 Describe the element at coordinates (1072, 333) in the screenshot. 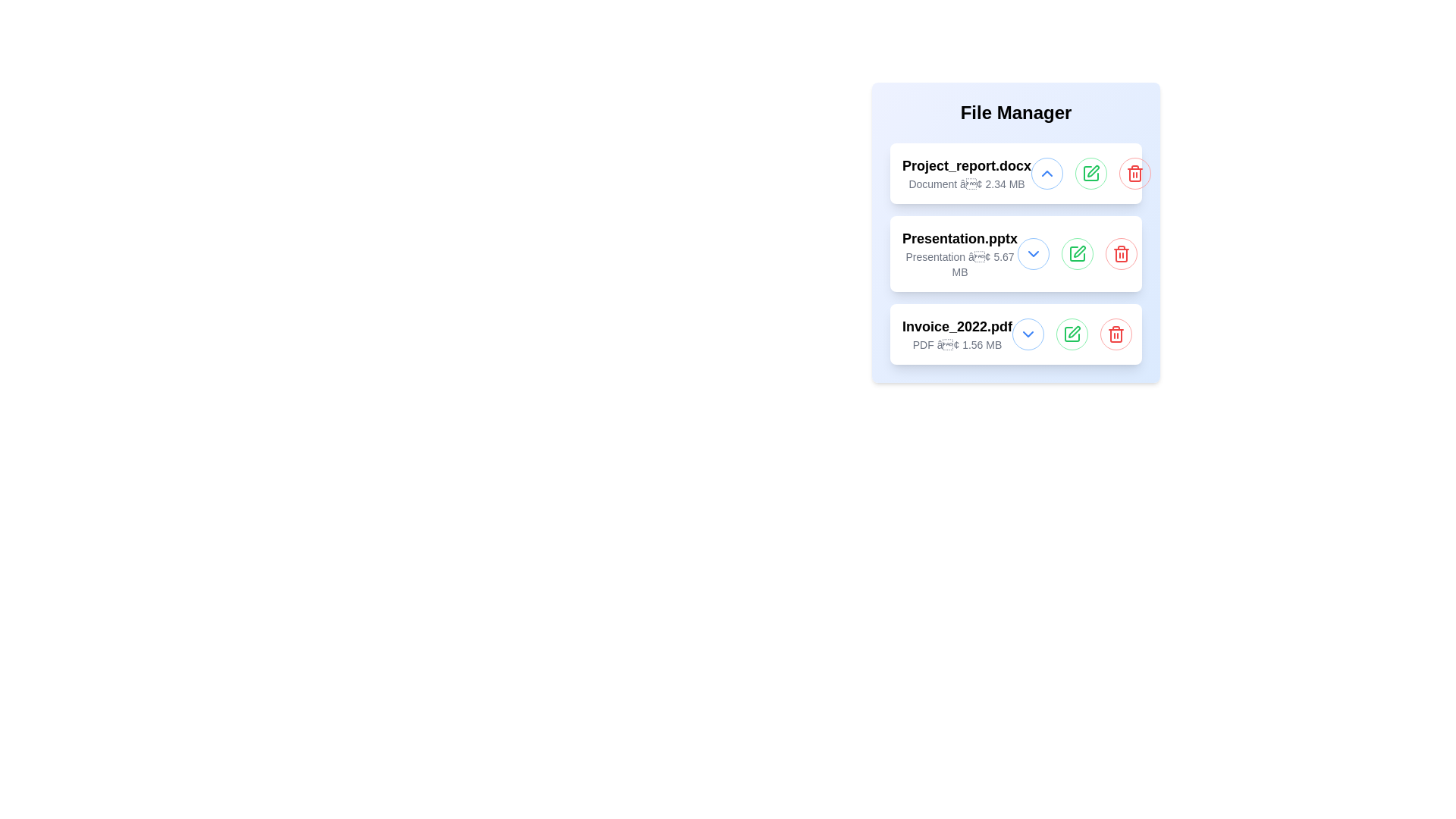

I see `edit button for the file named Invoice_2022.pdf` at that location.